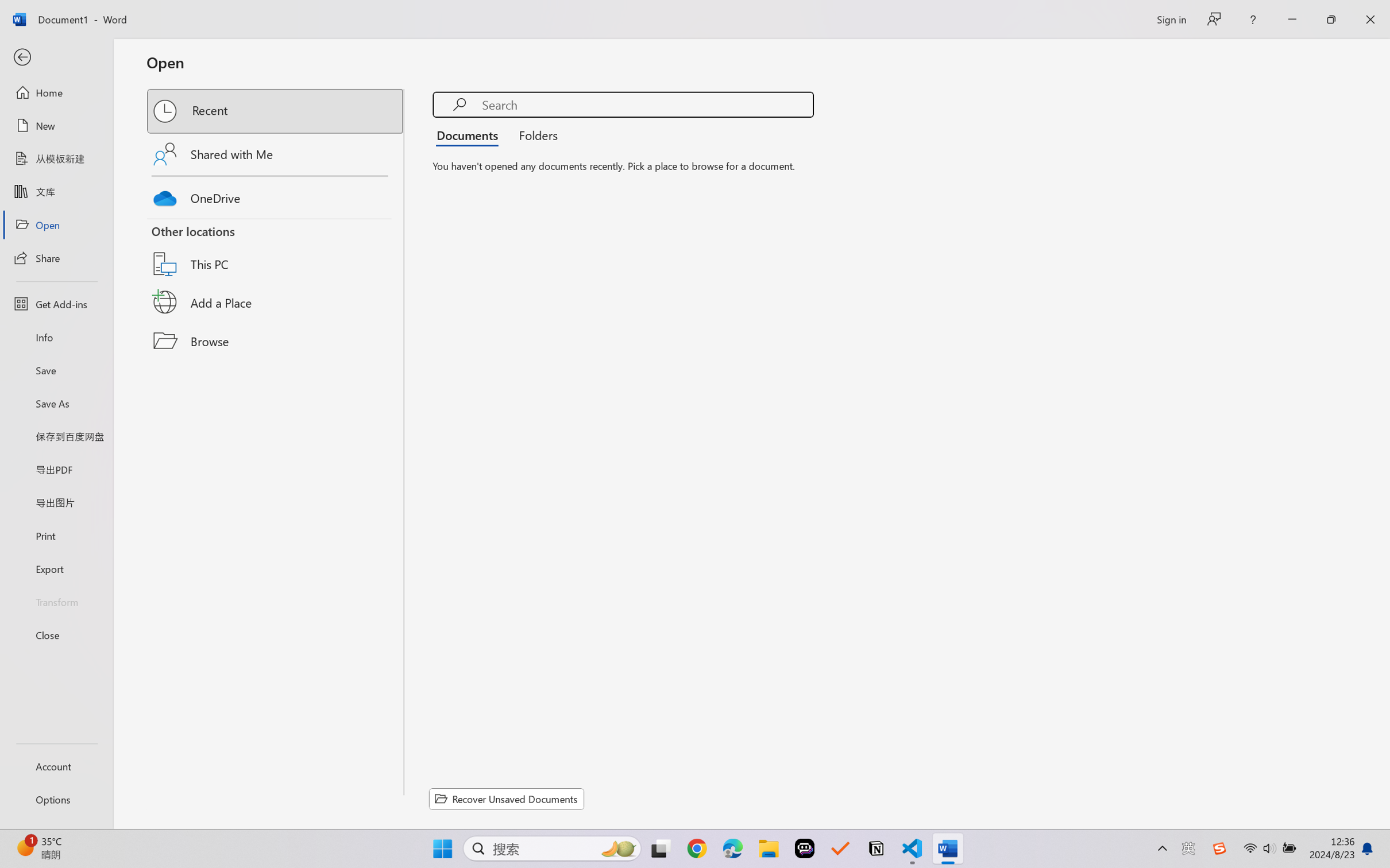 Image resolution: width=1390 pixels, height=868 pixels. What do you see at coordinates (535, 134) in the screenshot?
I see `'Folders'` at bounding box center [535, 134].